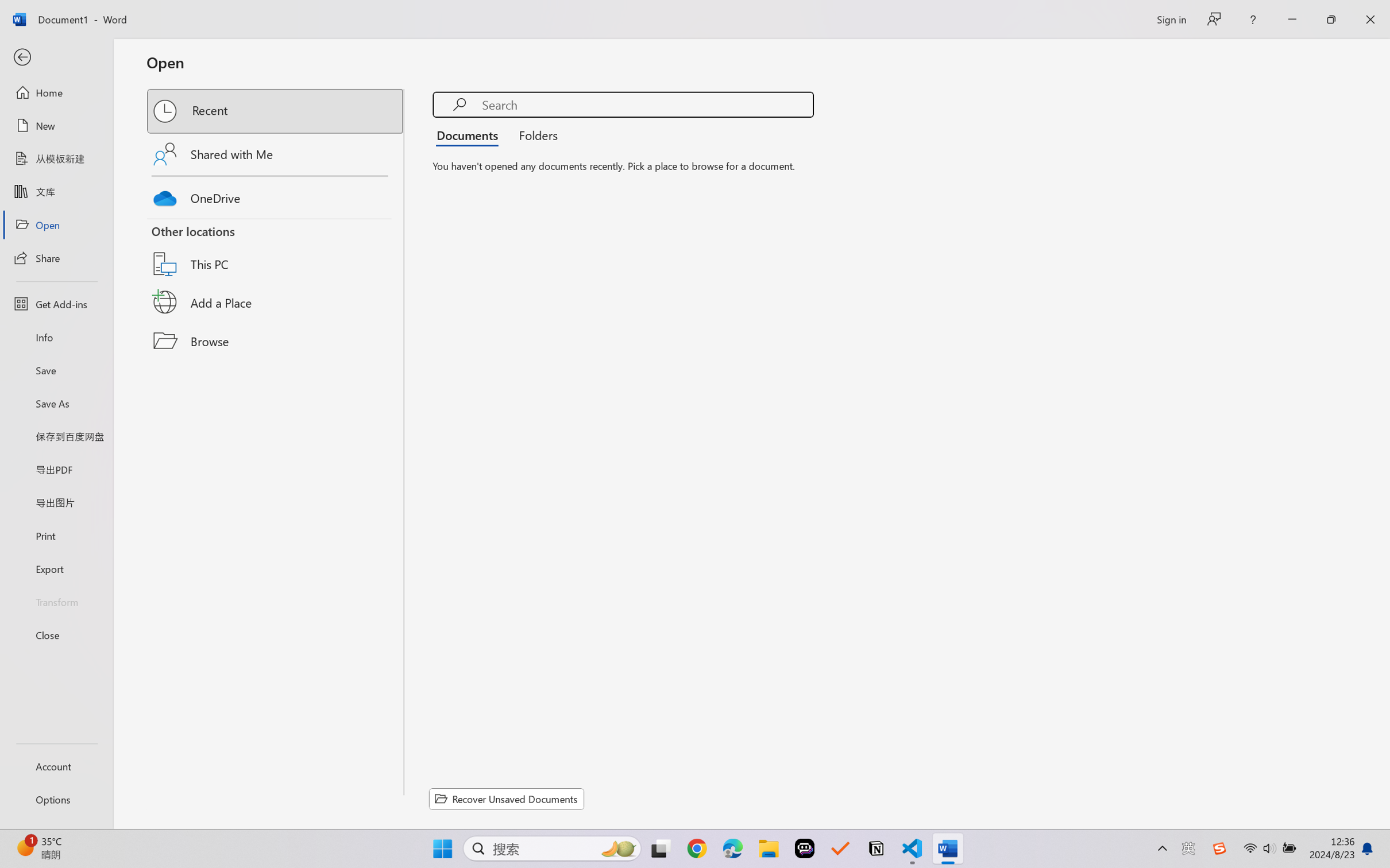 Image resolution: width=1390 pixels, height=868 pixels. What do you see at coordinates (535, 134) in the screenshot?
I see `'Folders'` at bounding box center [535, 134].